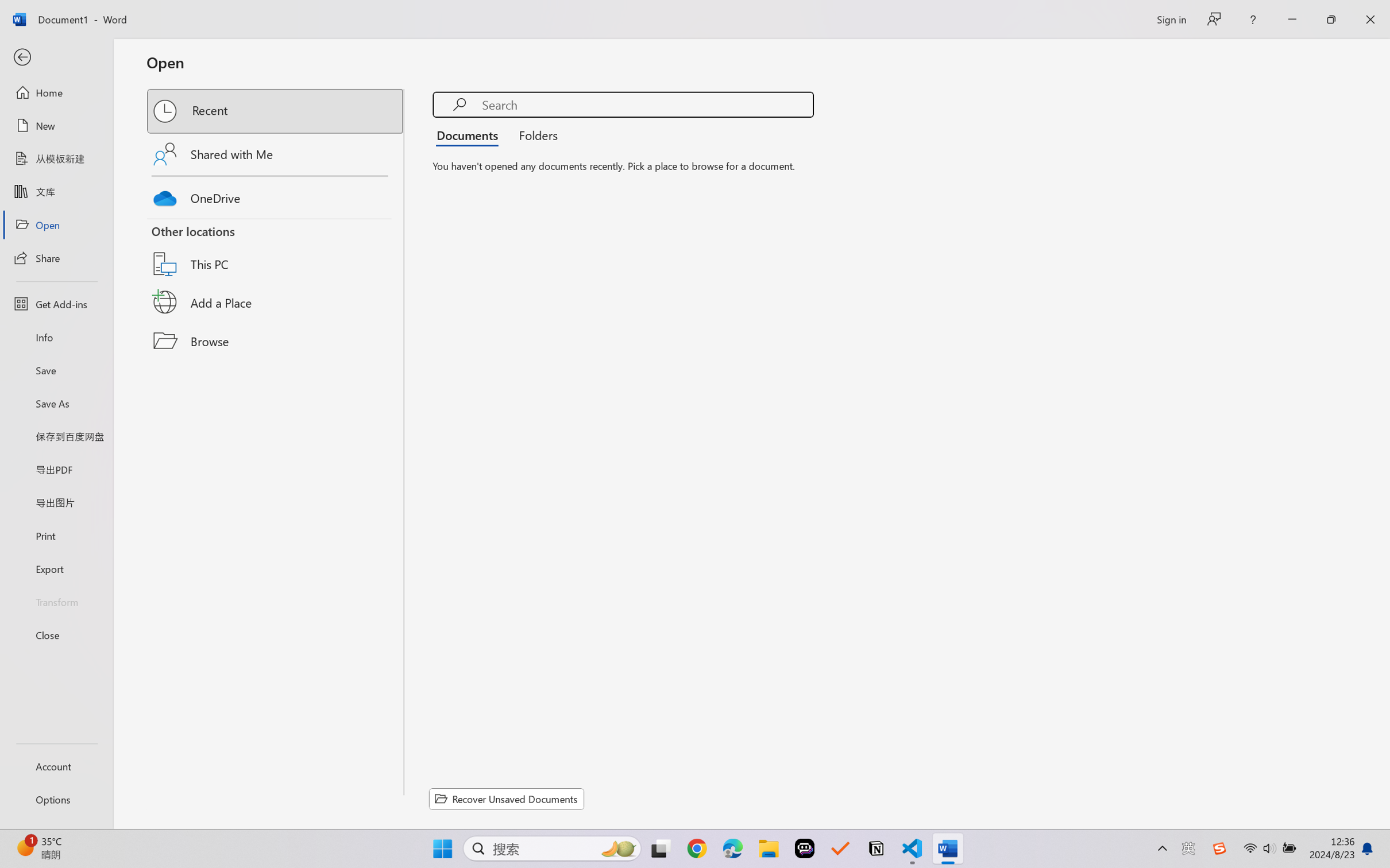 Image resolution: width=1390 pixels, height=868 pixels. What do you see at coordinates (535, 134) in the screenshot?
I see `'Folders'` at bounding box center [535, 134].